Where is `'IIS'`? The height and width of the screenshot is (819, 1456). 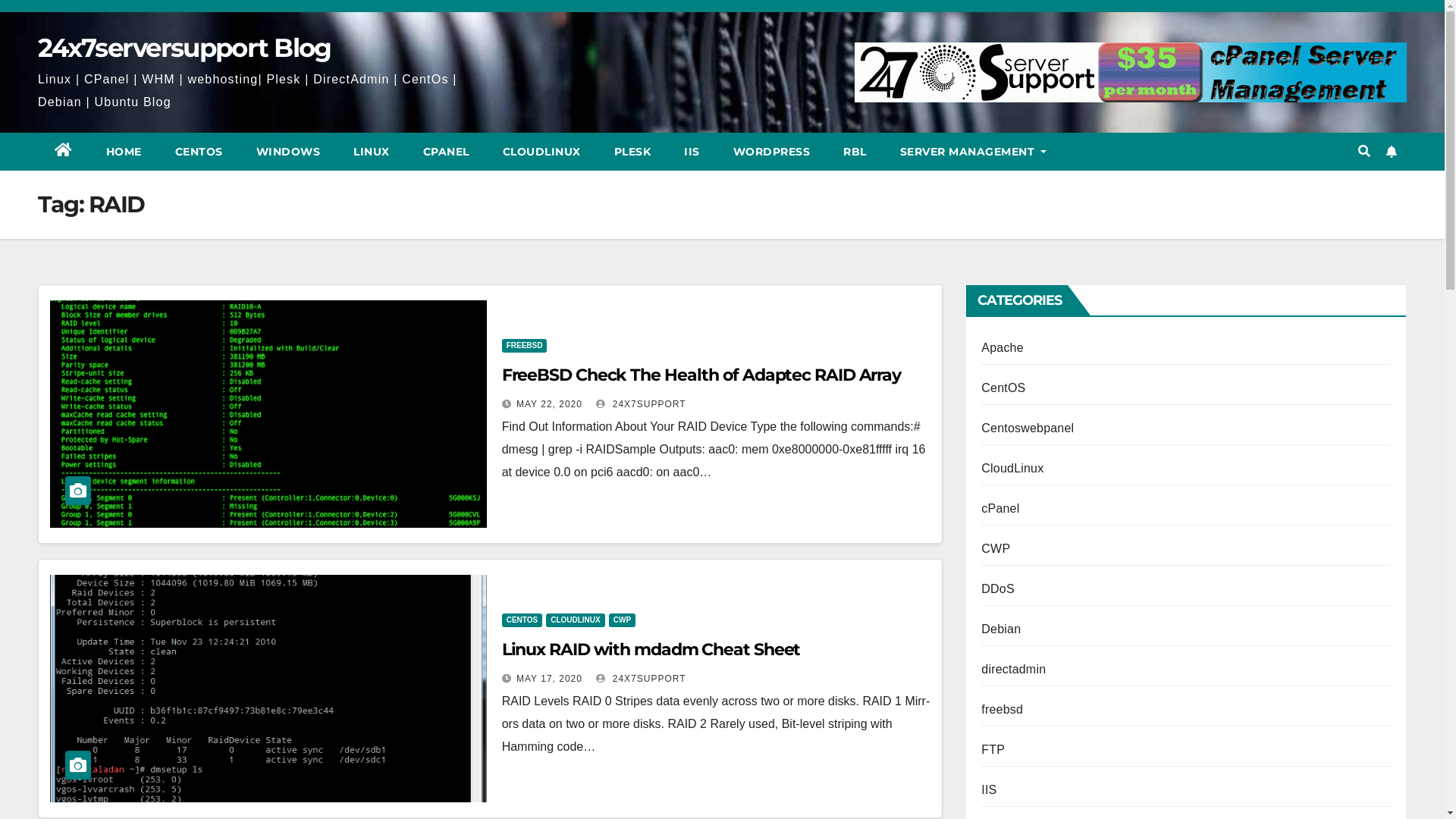 'IIS' is located at coordinates (691, 152).